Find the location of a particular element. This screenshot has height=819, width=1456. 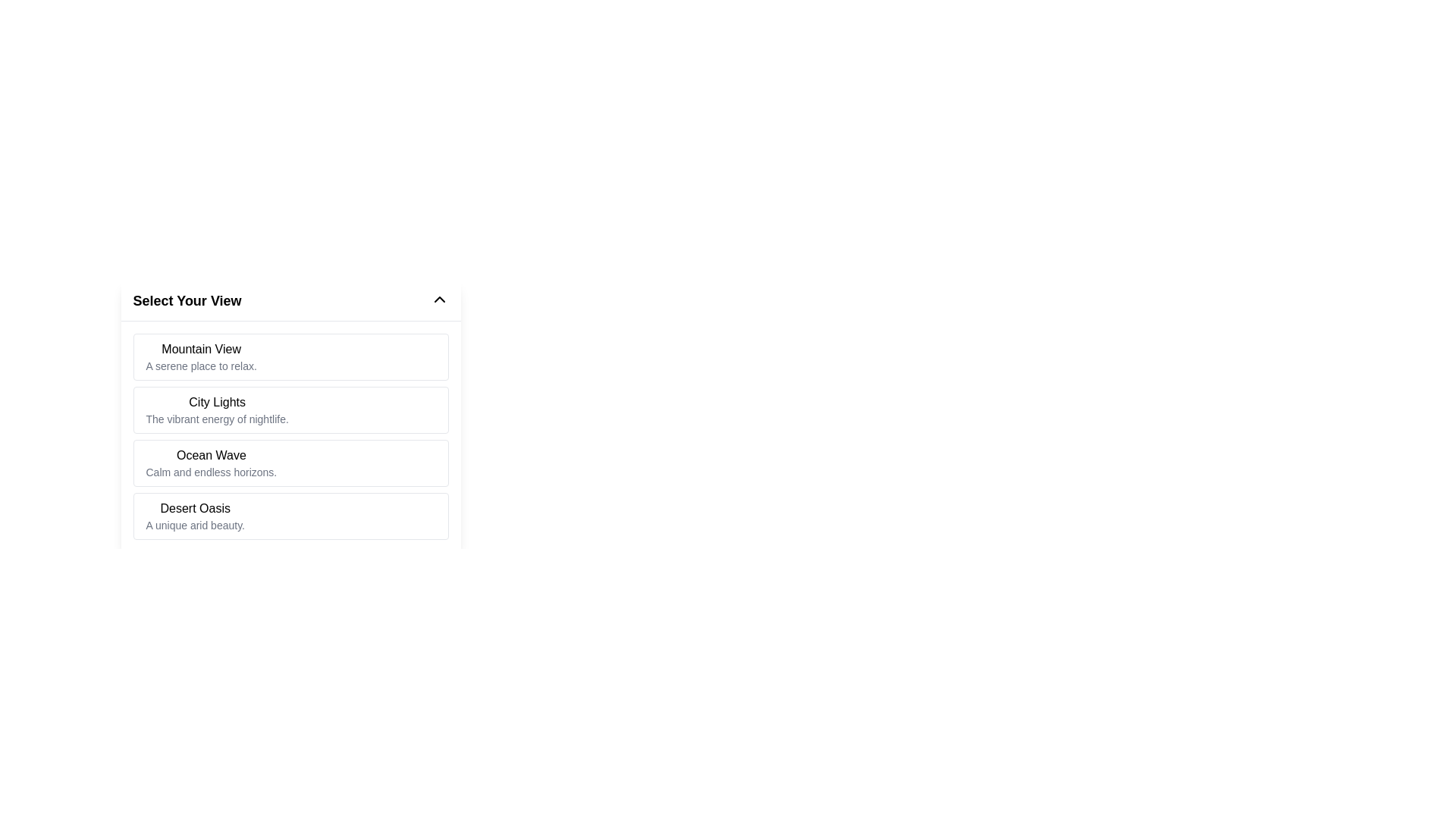

the second text label in the vertical list that serves as the title or main identifier of a selectable list item, positioned between 'Select Your View' and 'The vibrant energy of nightlife.' is located at coordinates (216, 402).